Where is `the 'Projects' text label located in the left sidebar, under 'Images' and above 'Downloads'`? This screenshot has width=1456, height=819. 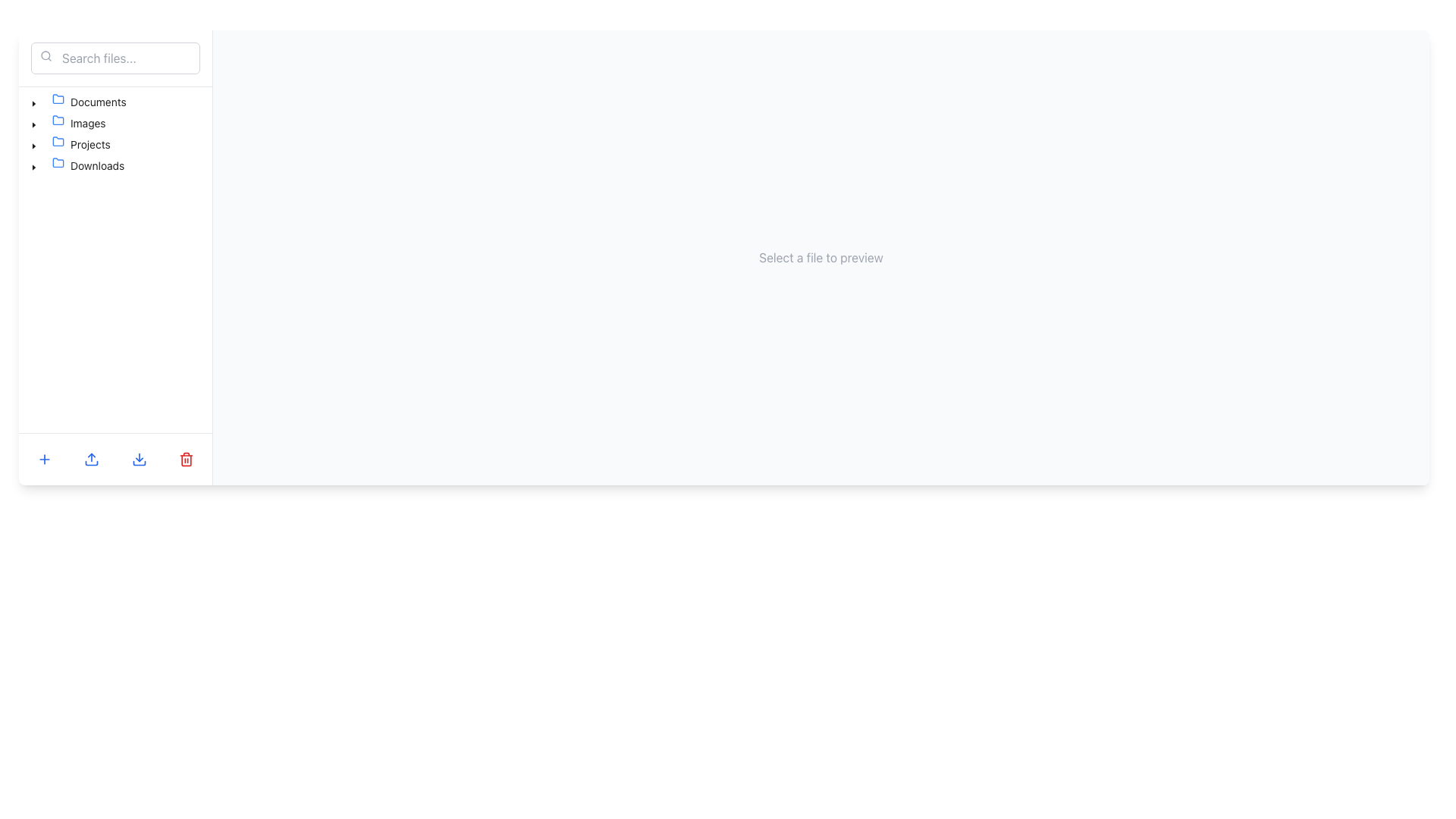 the 'Projects' text label located in the left sidebar, under 'Images' and above 'Downloads' is located at coordinates (89, 144).